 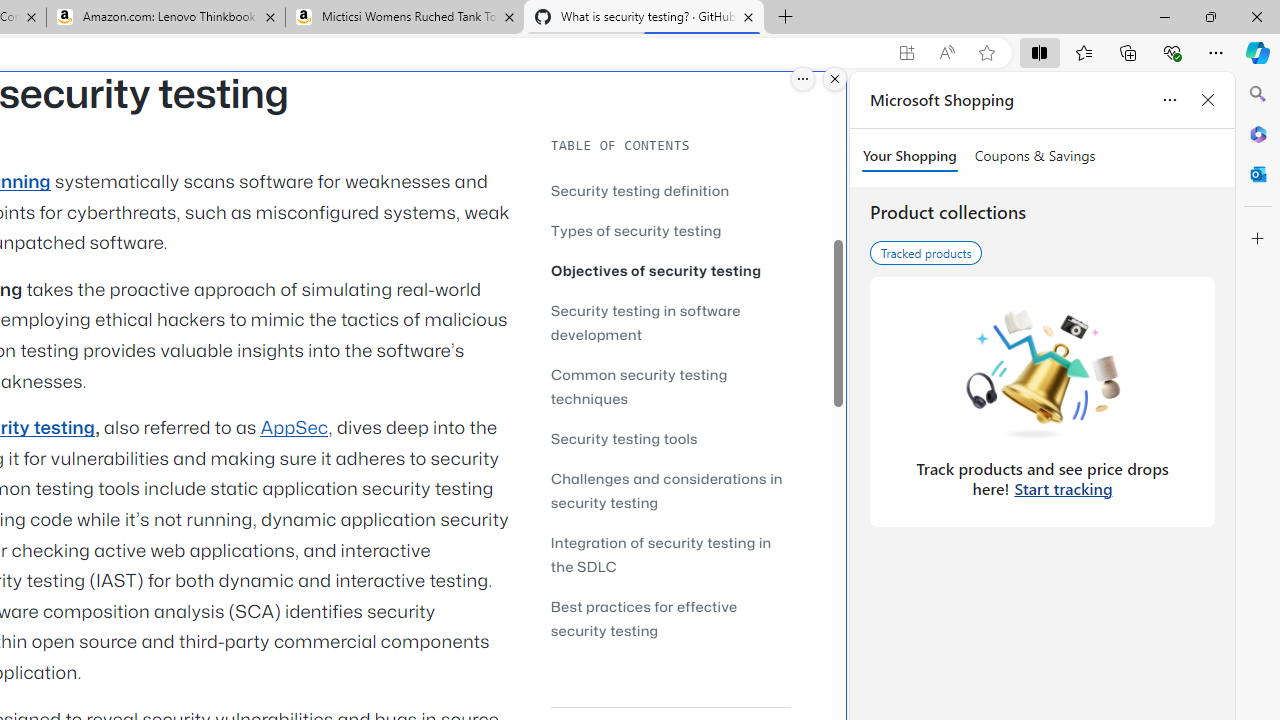 What do you see at coordinates (1257, 173) in the screenshot?
I see `'Outlook'` at bounding box center [1257, 173].